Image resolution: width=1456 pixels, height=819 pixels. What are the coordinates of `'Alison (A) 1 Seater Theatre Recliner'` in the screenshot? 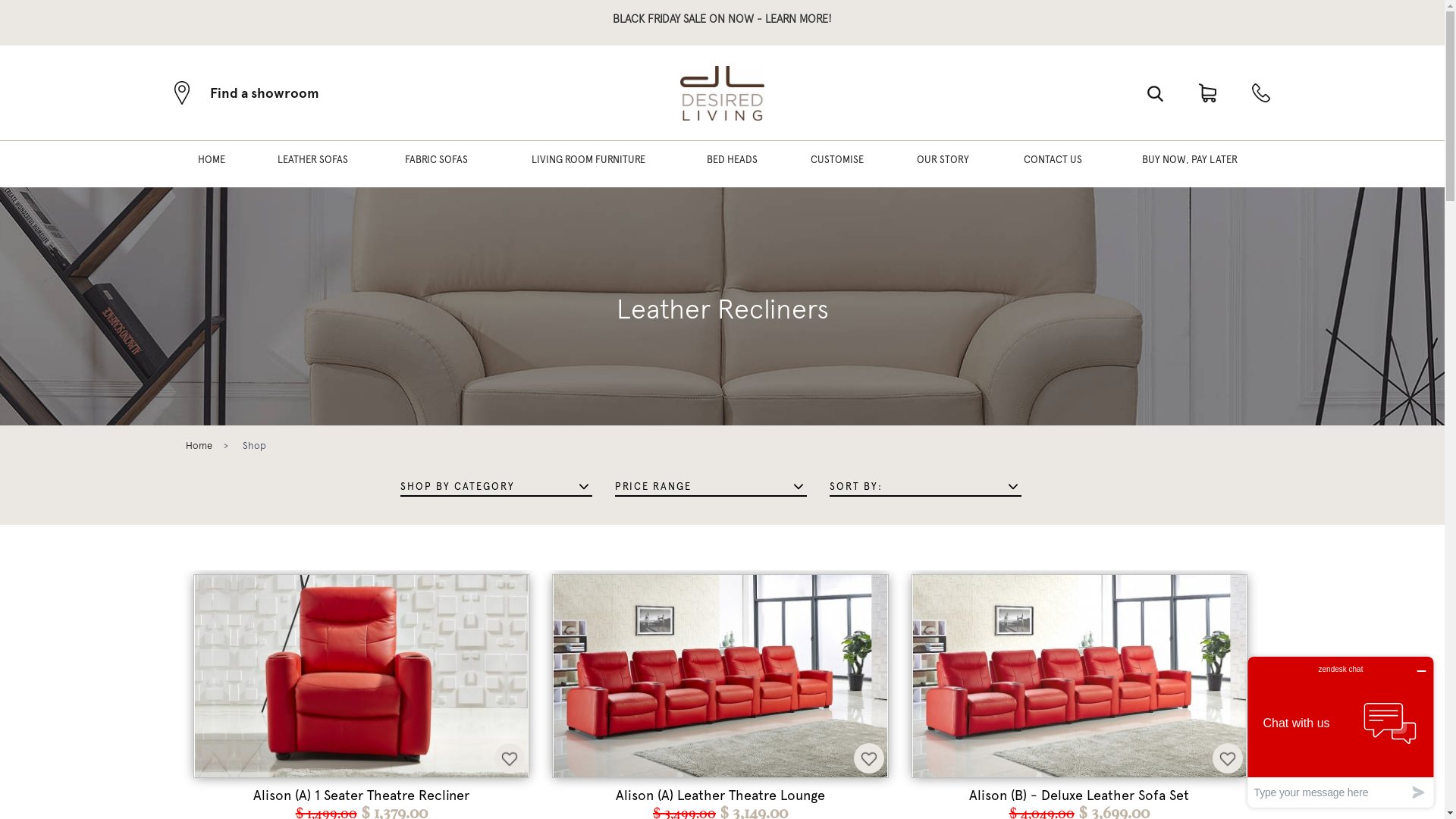 It's located at (360, 795).